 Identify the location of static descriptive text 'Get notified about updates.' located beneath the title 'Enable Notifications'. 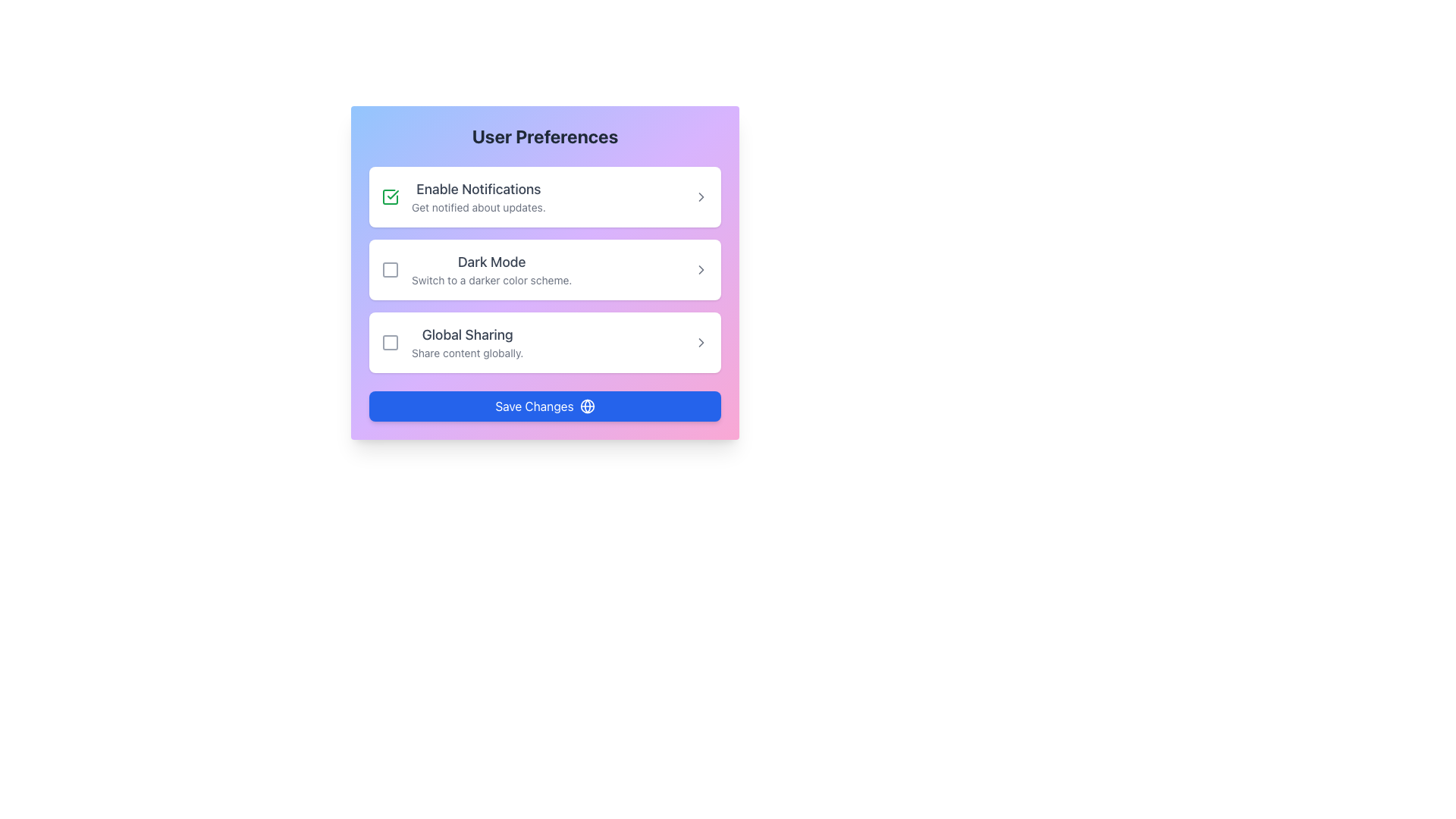
(478, 207).